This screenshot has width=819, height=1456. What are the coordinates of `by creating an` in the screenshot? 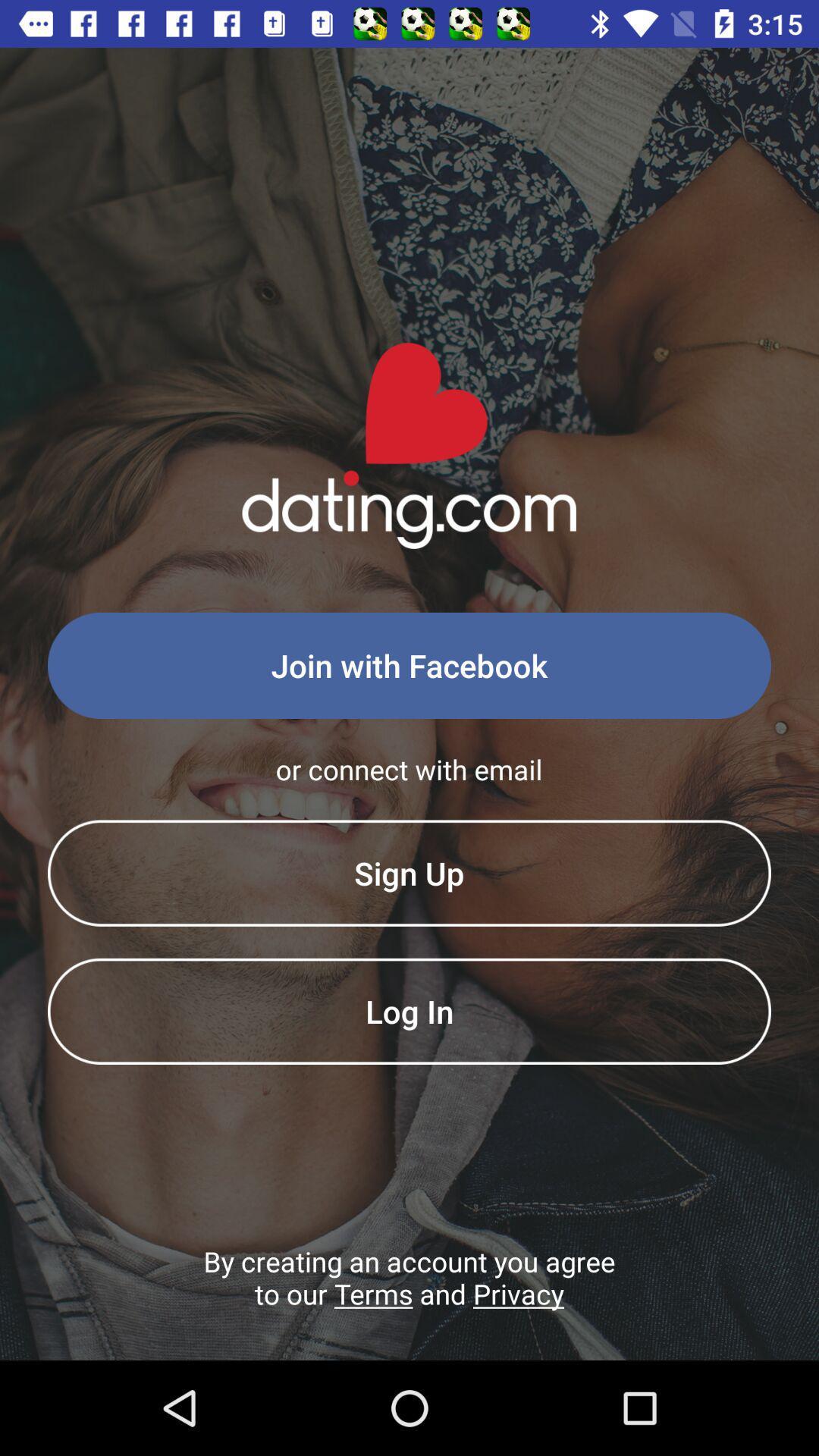 It's located at (409, 1301).